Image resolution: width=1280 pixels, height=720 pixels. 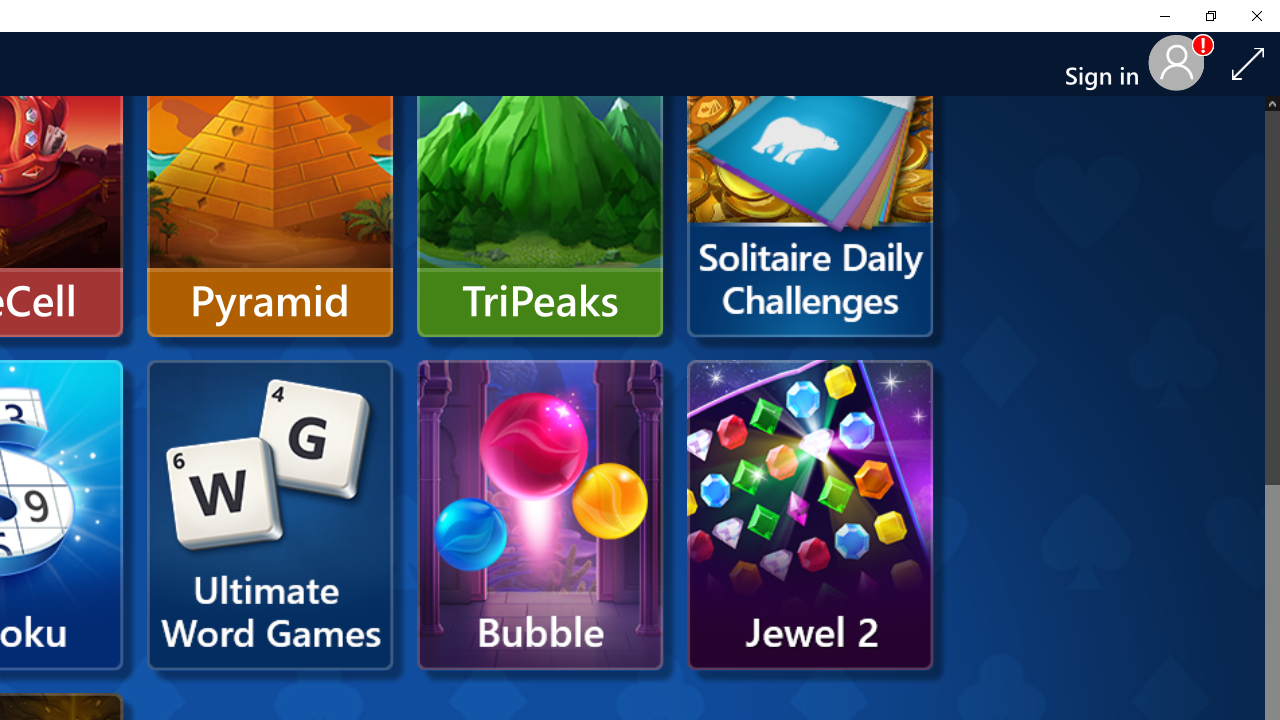 What do you see at coordinates (269, 514) in the screenshot?
I see `'Microsoft UWG'` at bounding box center [269, 514].